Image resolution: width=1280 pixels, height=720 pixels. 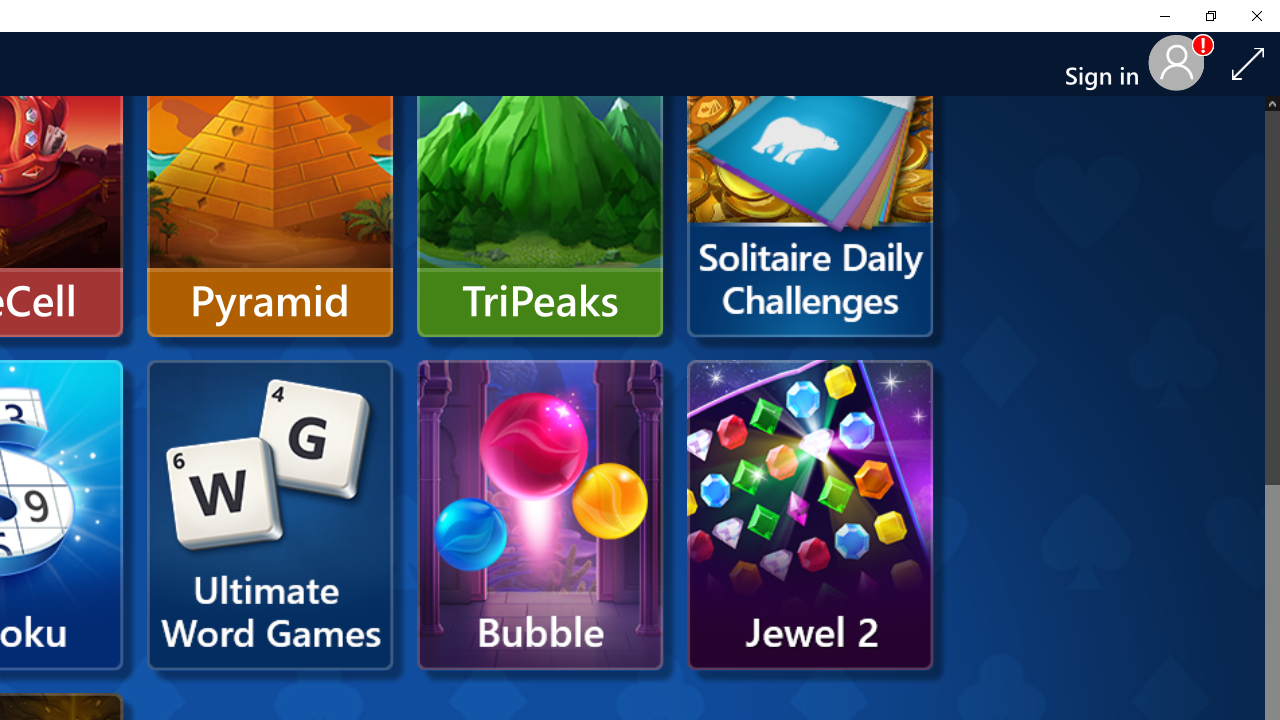 What do you see at coordinates (269, 514) in the screenshot?
I see `'Microsoft UWG'` at bounding box center [269, 514].